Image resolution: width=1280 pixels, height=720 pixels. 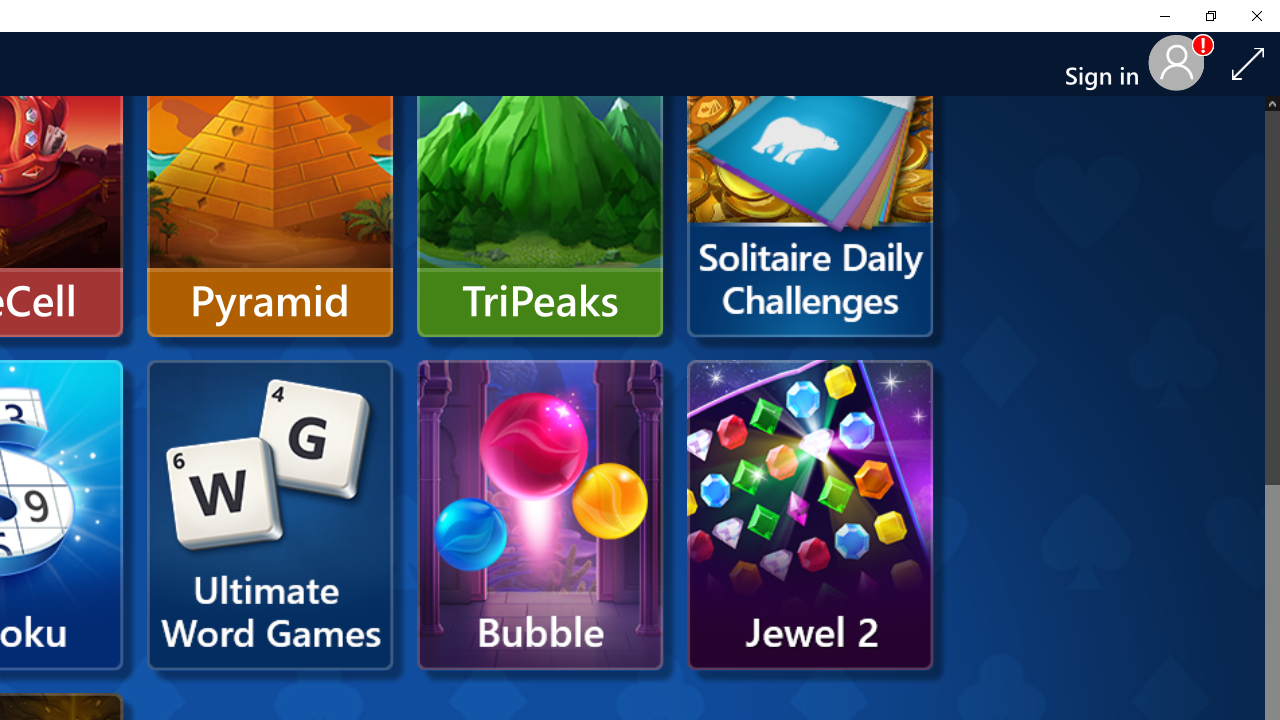 What do you see at coordinates (269, 514) in the screenshot?
I see `'Microsoft UWG'` at bounding box center [269, 514].